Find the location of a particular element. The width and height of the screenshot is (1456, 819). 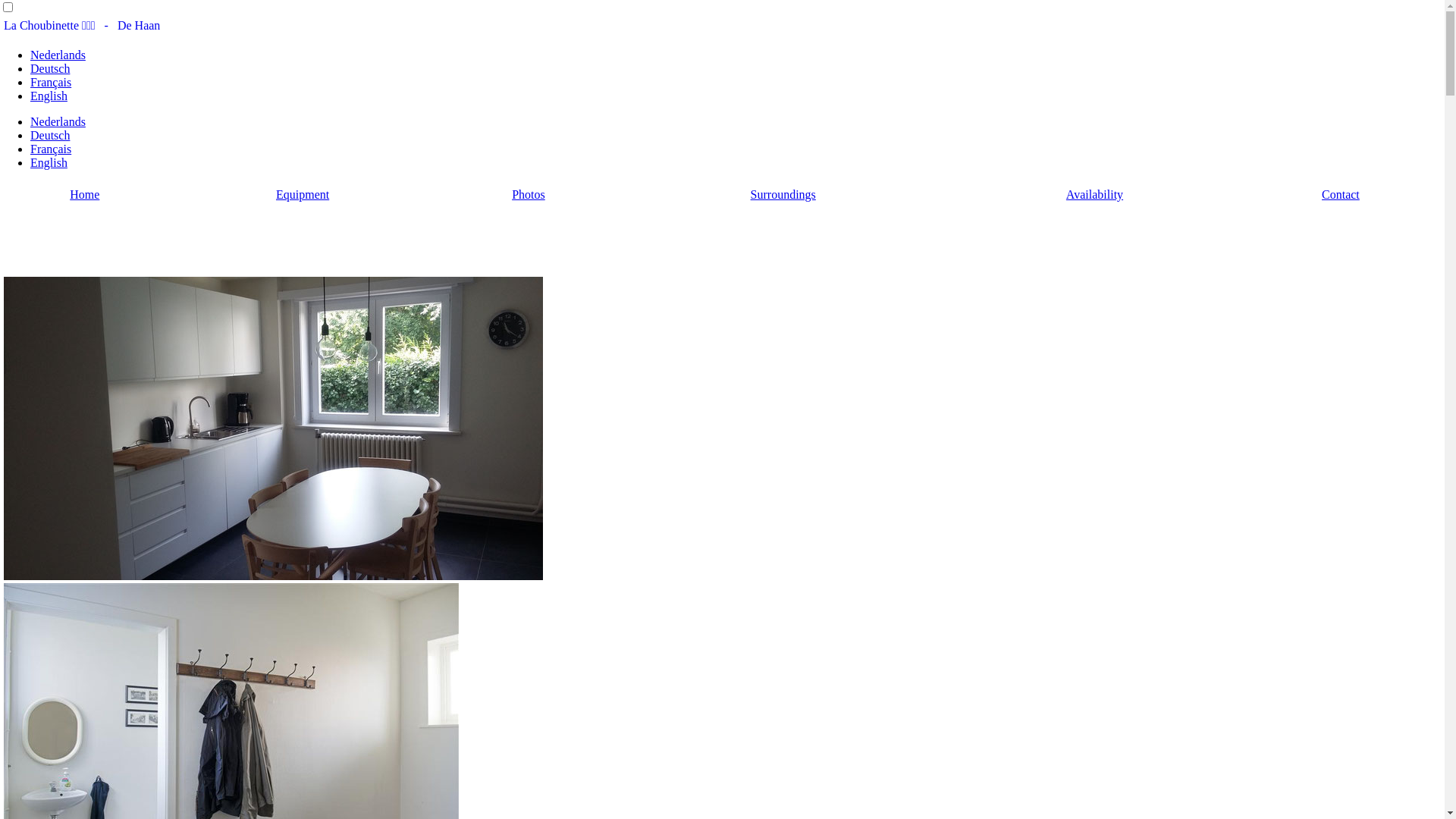

'Deutsch' is located at coordinates (50, 134).